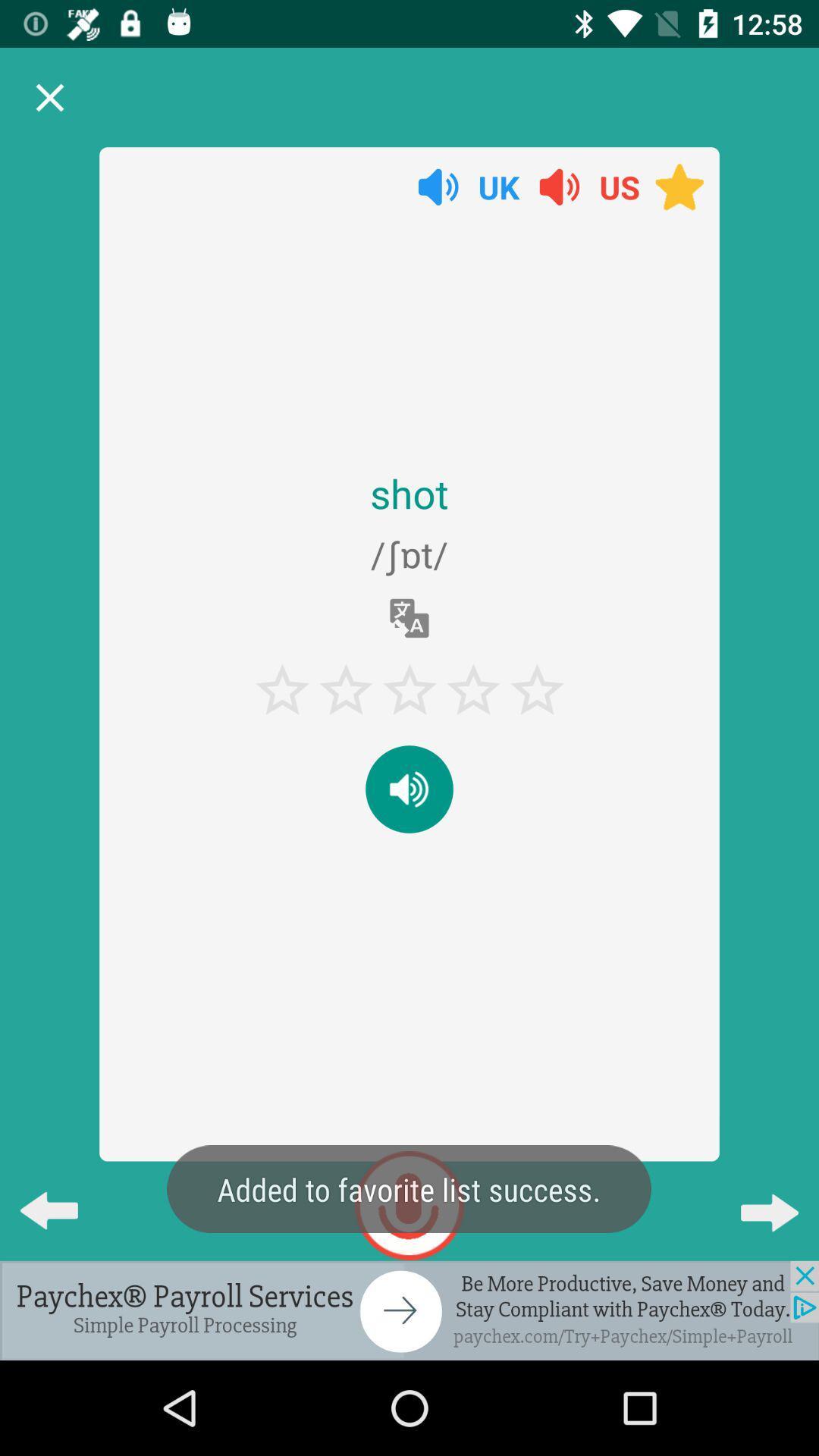 This screenshot has height=1456, width=819. Describe the element at coordinates (438, 186) in the screenshot. I see `first volume icon which is left to the uk` at that location.